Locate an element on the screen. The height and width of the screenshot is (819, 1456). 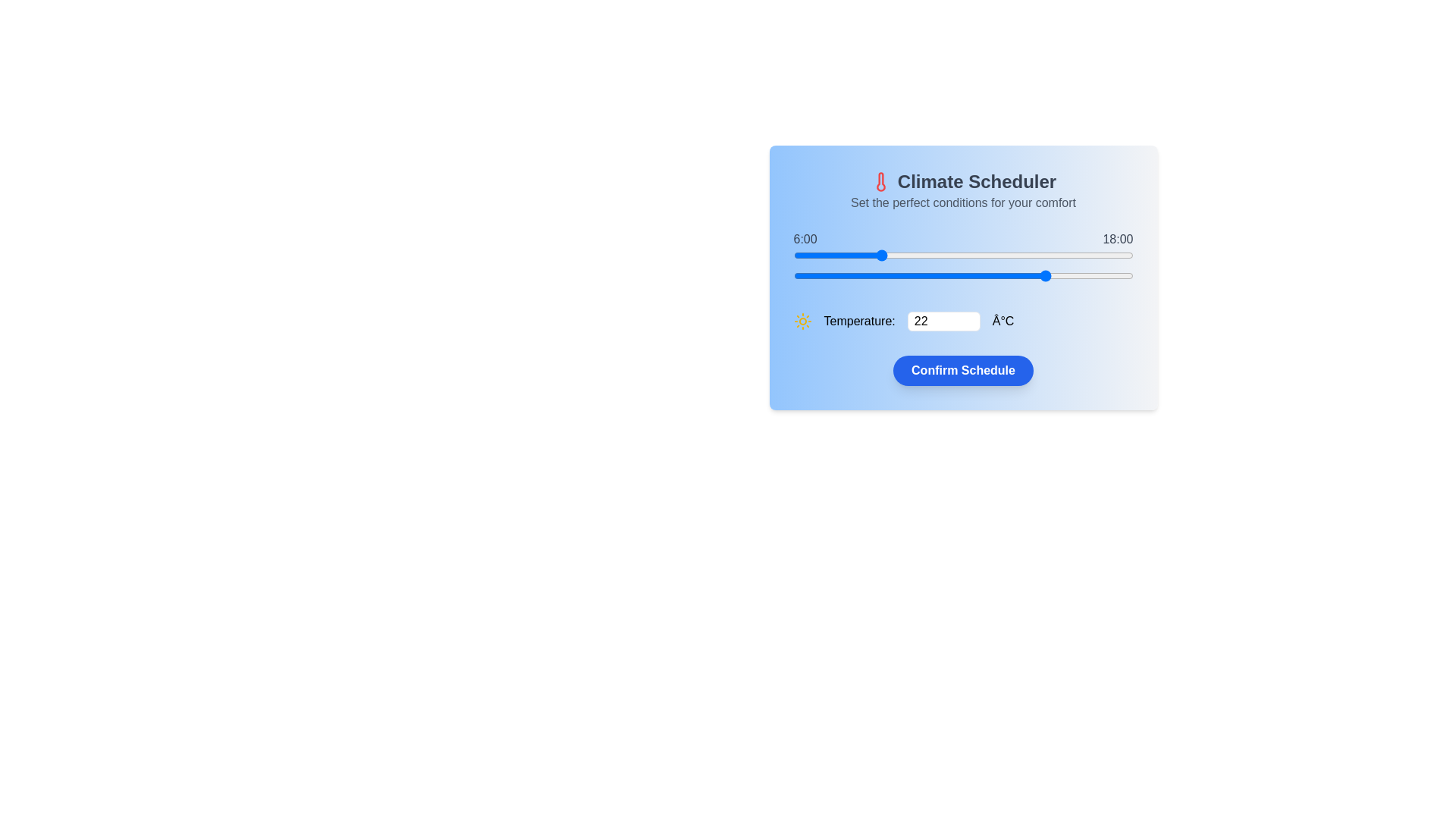
the time on the slider is located at coordinates (977, 254).